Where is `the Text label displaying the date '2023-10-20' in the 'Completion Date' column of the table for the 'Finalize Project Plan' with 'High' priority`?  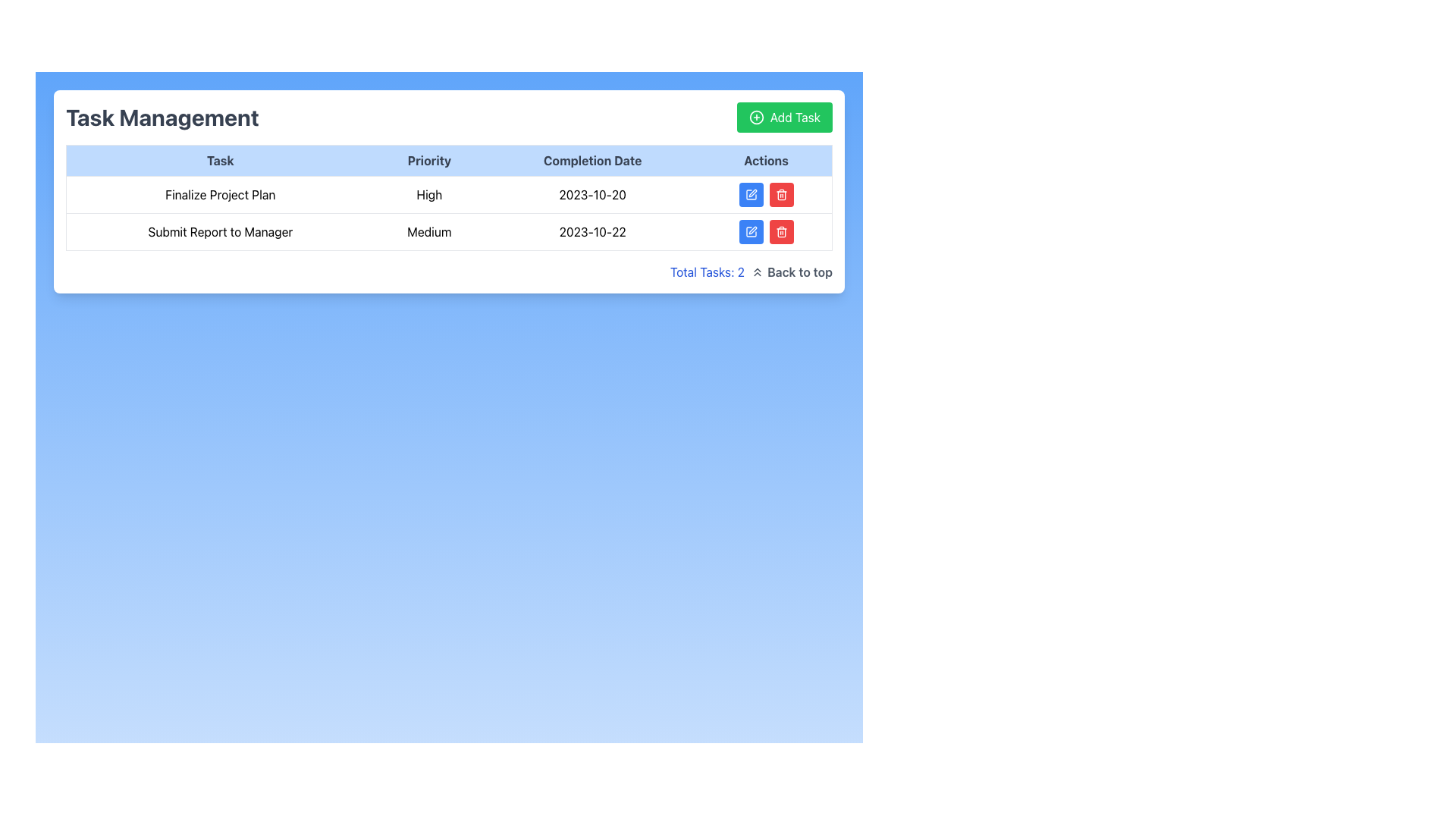 the Text label displaying the date '2023-10-20' in the 'Completion Date' column of the table for the 'Finalize Project Plan' with 'High' priority is located at coordinates (591, 194).